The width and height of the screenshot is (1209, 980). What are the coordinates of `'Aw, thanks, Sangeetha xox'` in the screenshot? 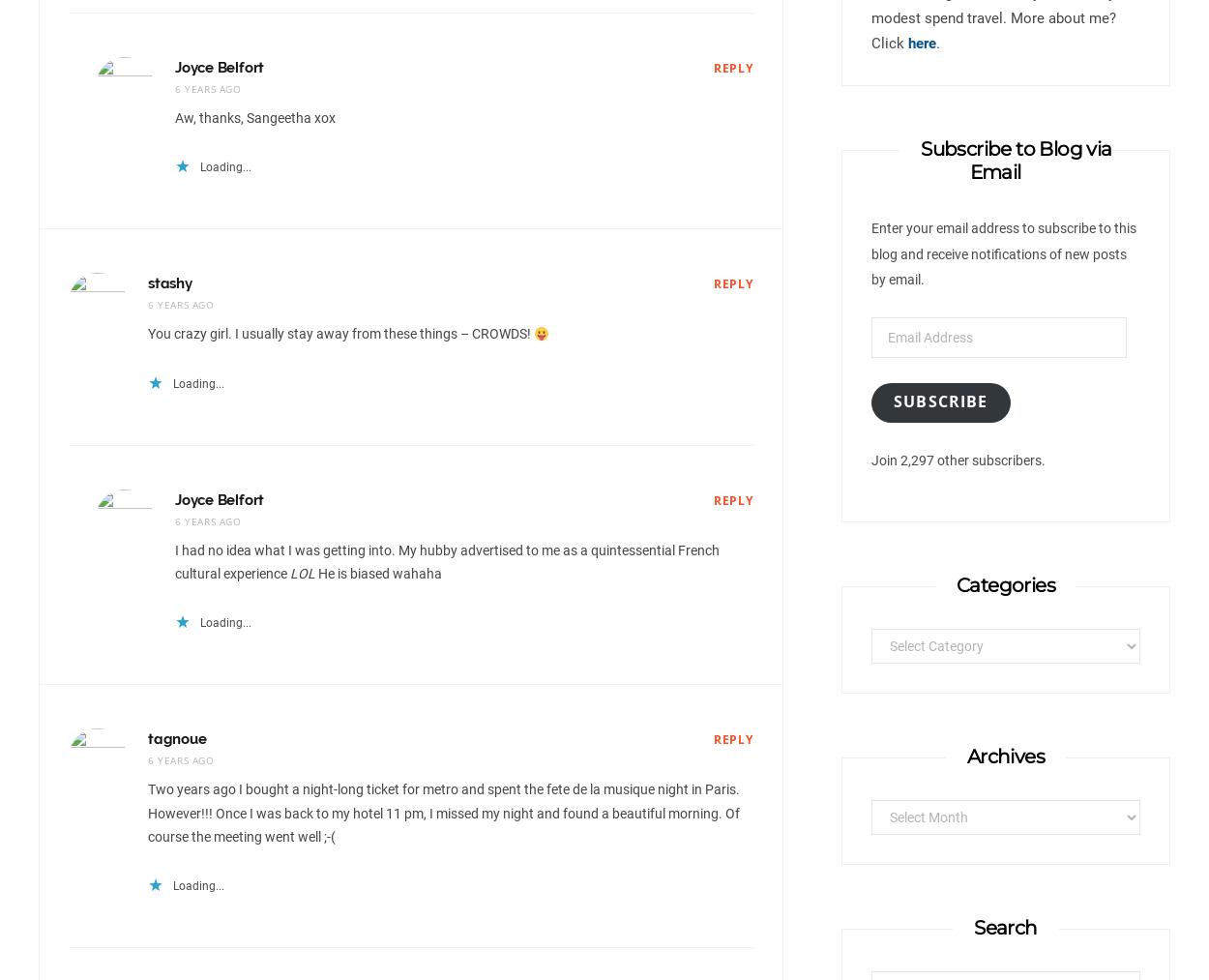 It's located at (255, 117).